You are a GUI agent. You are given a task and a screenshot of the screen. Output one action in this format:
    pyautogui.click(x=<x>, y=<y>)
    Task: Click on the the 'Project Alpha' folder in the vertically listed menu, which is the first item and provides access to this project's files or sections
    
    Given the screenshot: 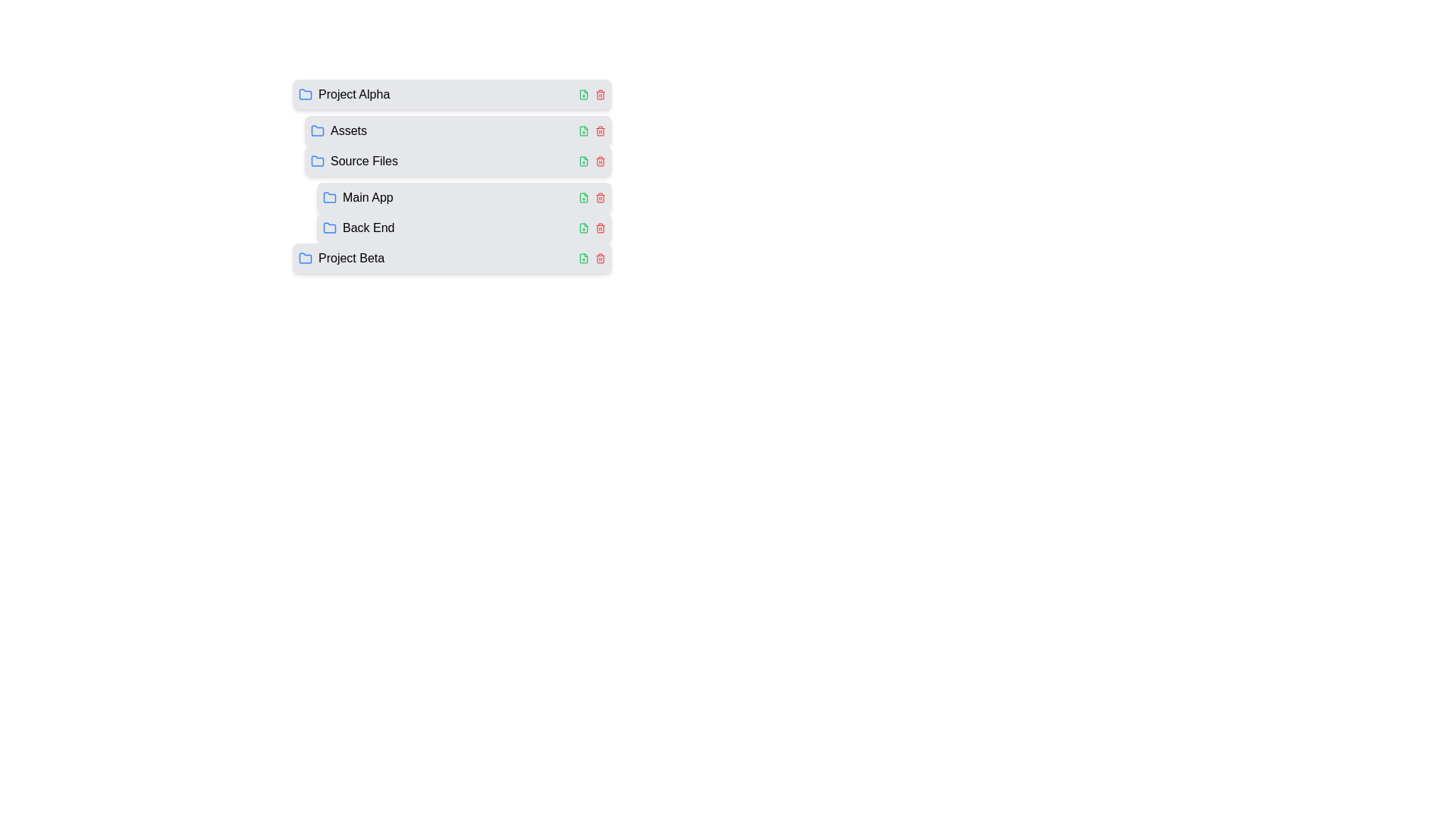 What is the action you would take?
    pyautogui.click(x=451, y=94)
    